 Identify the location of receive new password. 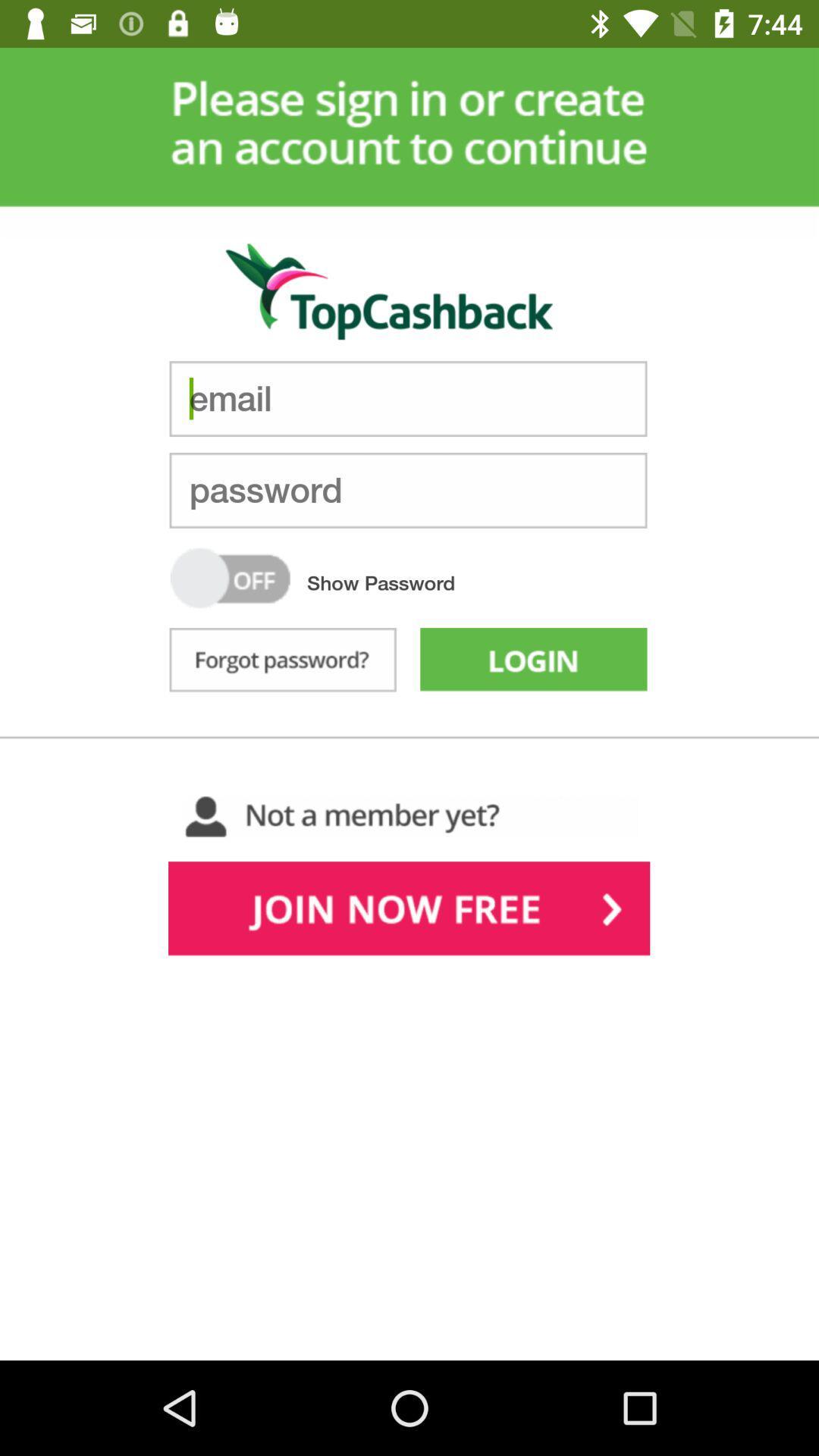
(283, 663).